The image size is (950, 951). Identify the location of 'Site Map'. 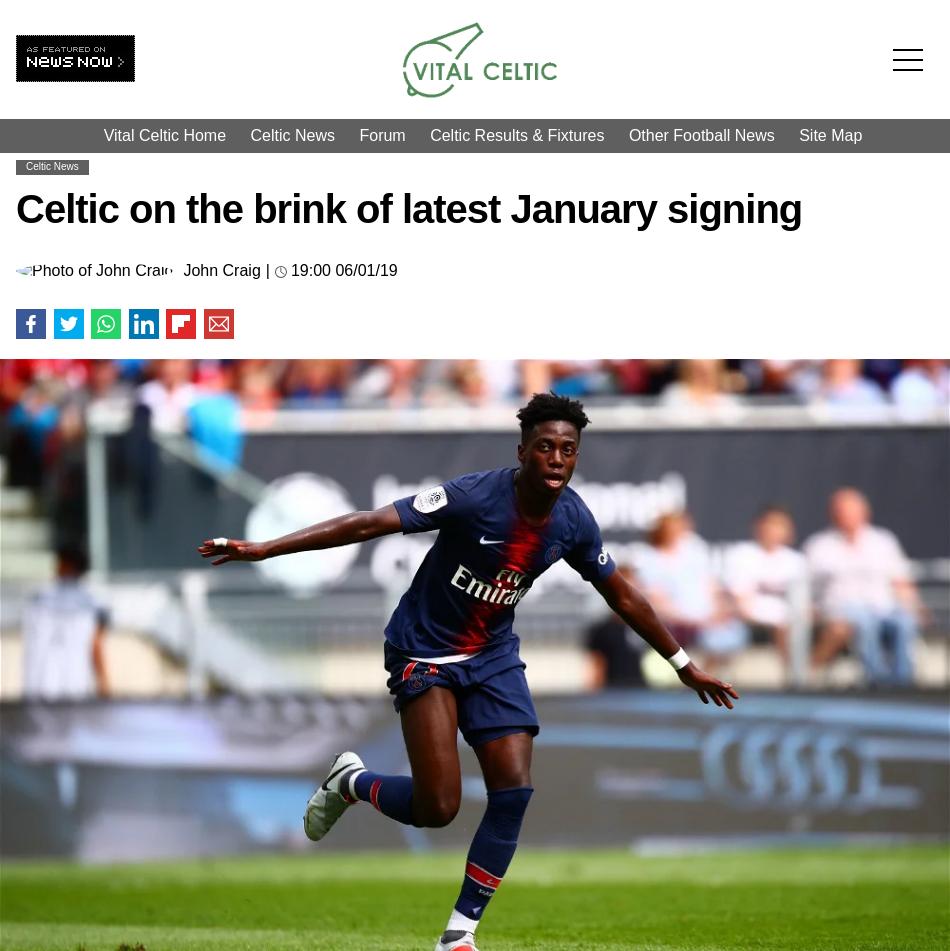
(829, 135).